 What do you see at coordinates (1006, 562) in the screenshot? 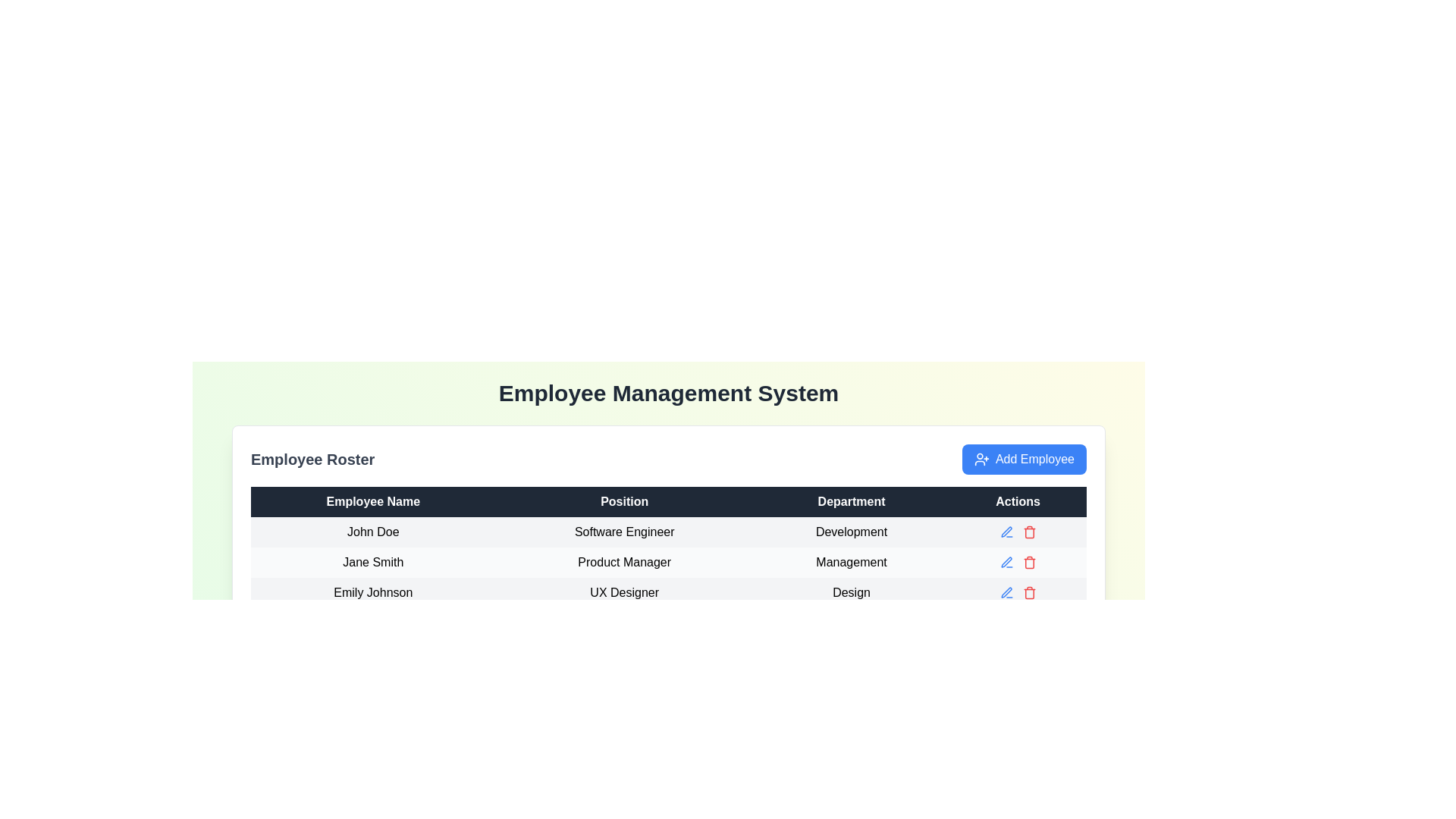
I see `the Interactive icon button located in the 'Actions' column of the second row of the employee table to observe visual feedback` at bounding box center [1006, 562].